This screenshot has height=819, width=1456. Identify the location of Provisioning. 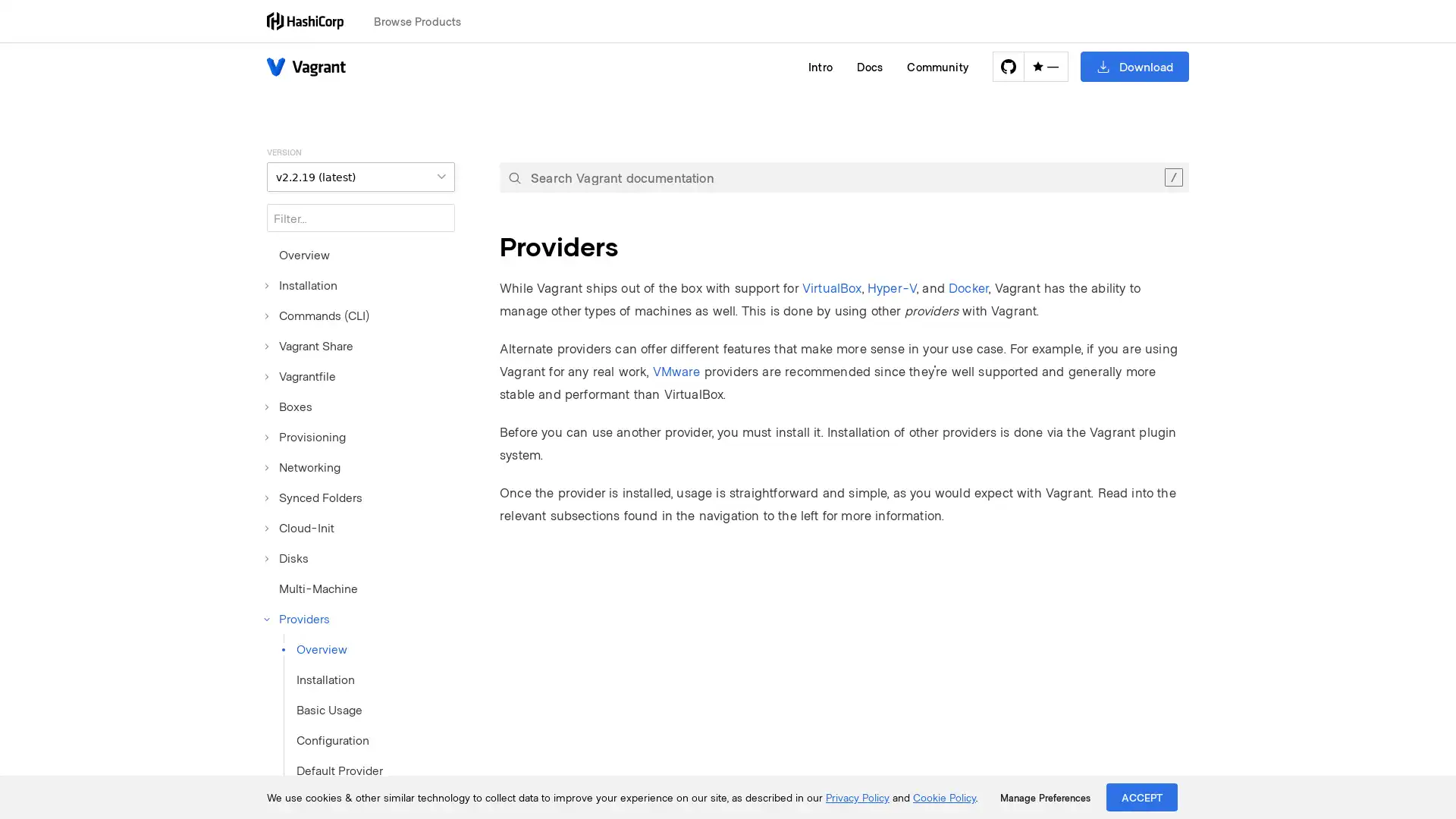
(305, 436).